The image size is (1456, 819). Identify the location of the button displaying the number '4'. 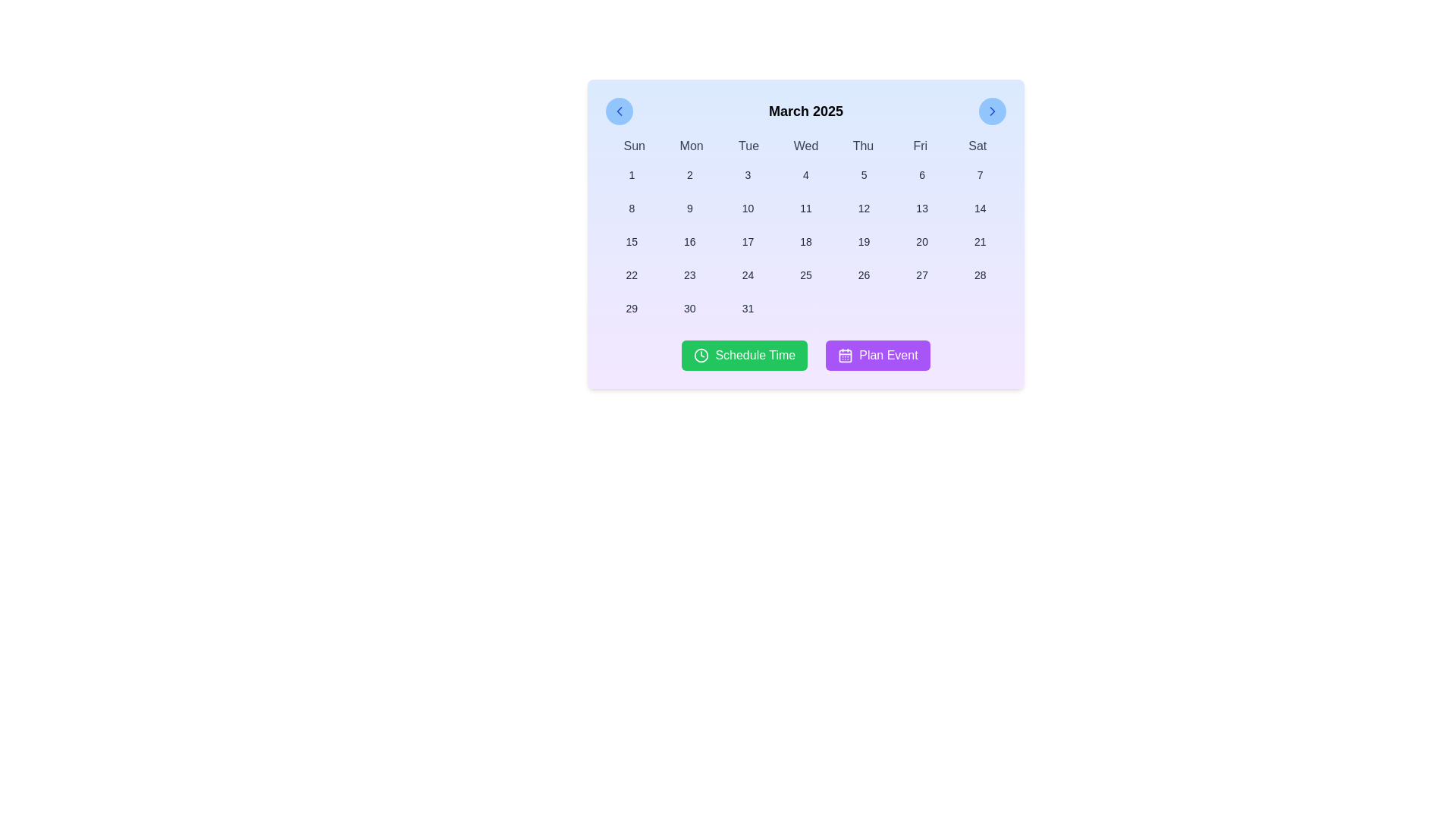
(805, 174).